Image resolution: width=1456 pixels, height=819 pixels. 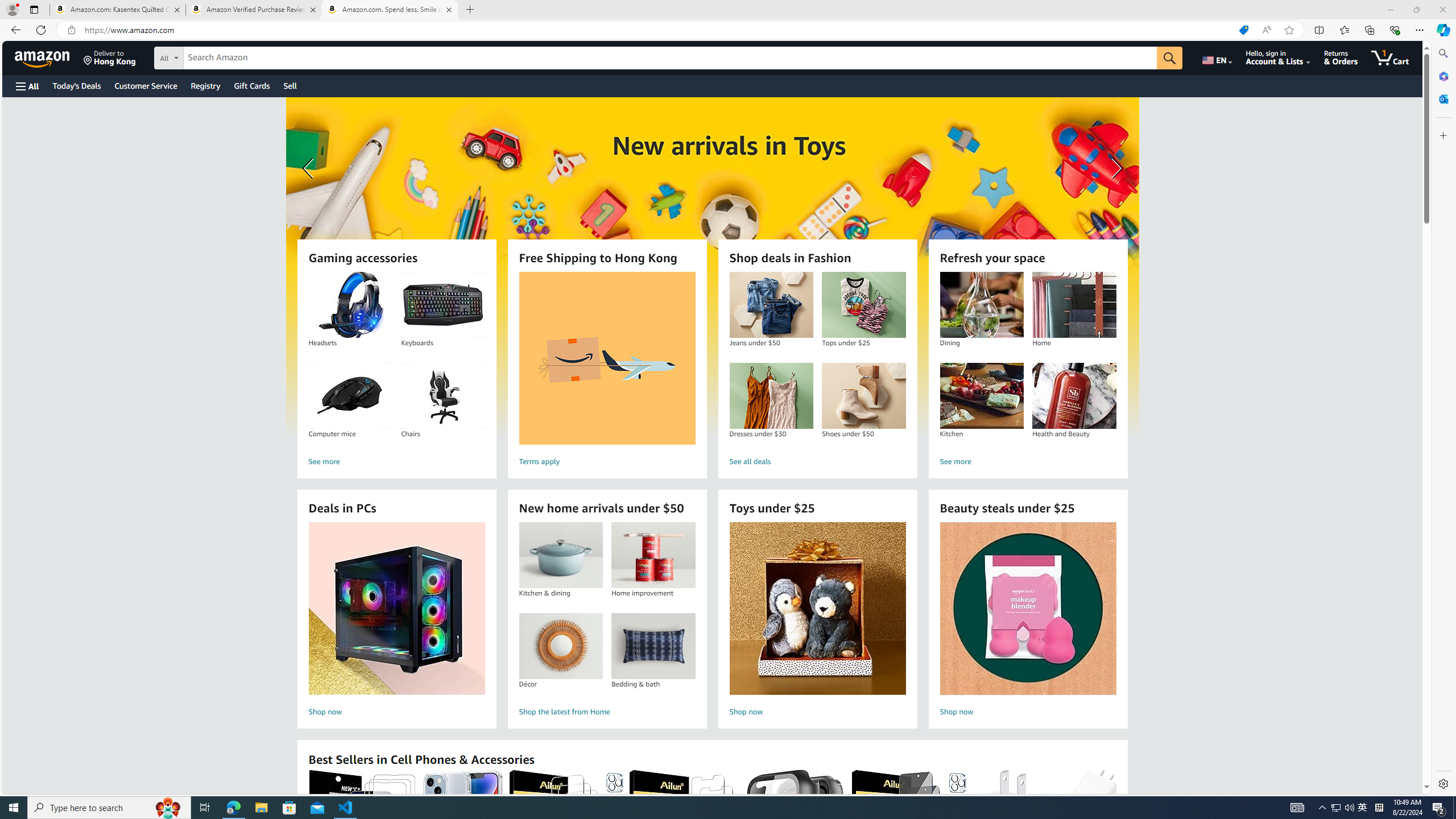 What do you see at coordinates (350, 396) in the screenshot?
I see `'Computer mice'` at bounding box center [350, 396].